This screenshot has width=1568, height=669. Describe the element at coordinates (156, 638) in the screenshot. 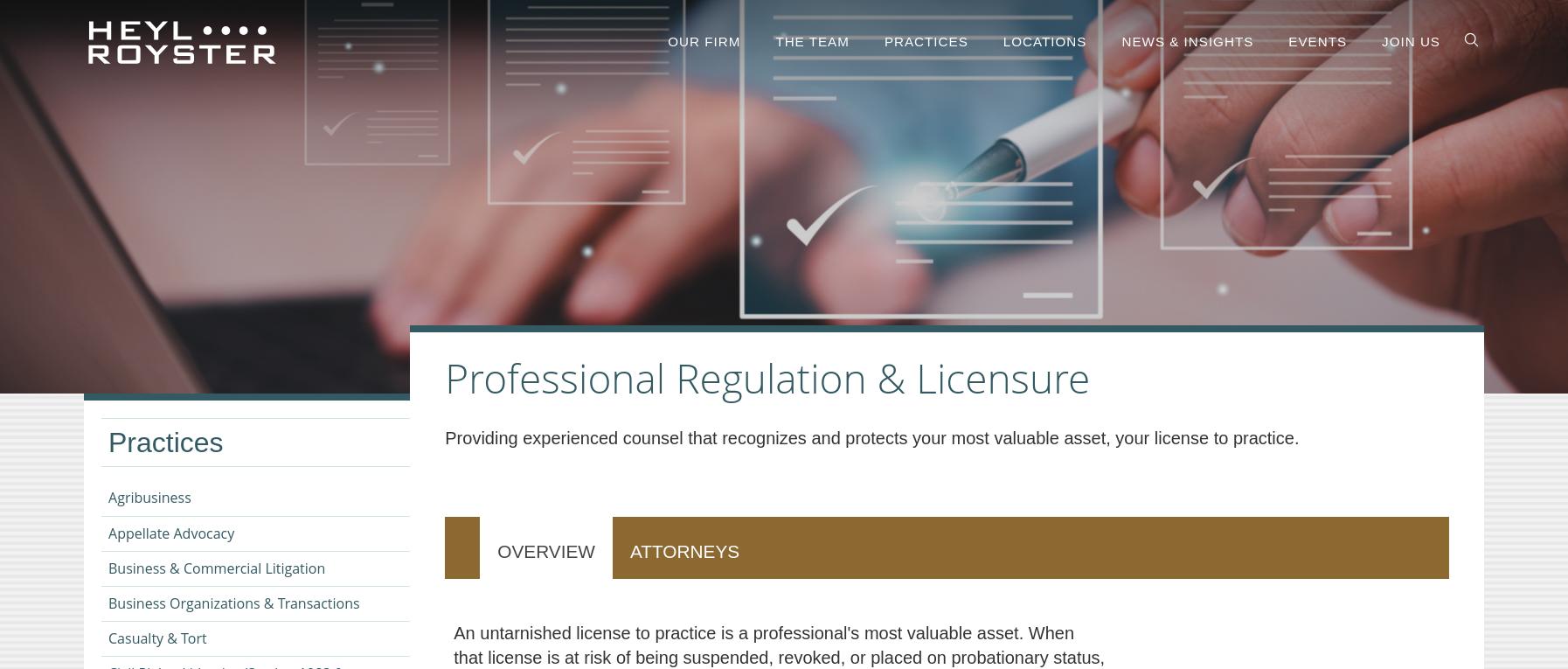

I see `'Casualty & Tort'` at that location.